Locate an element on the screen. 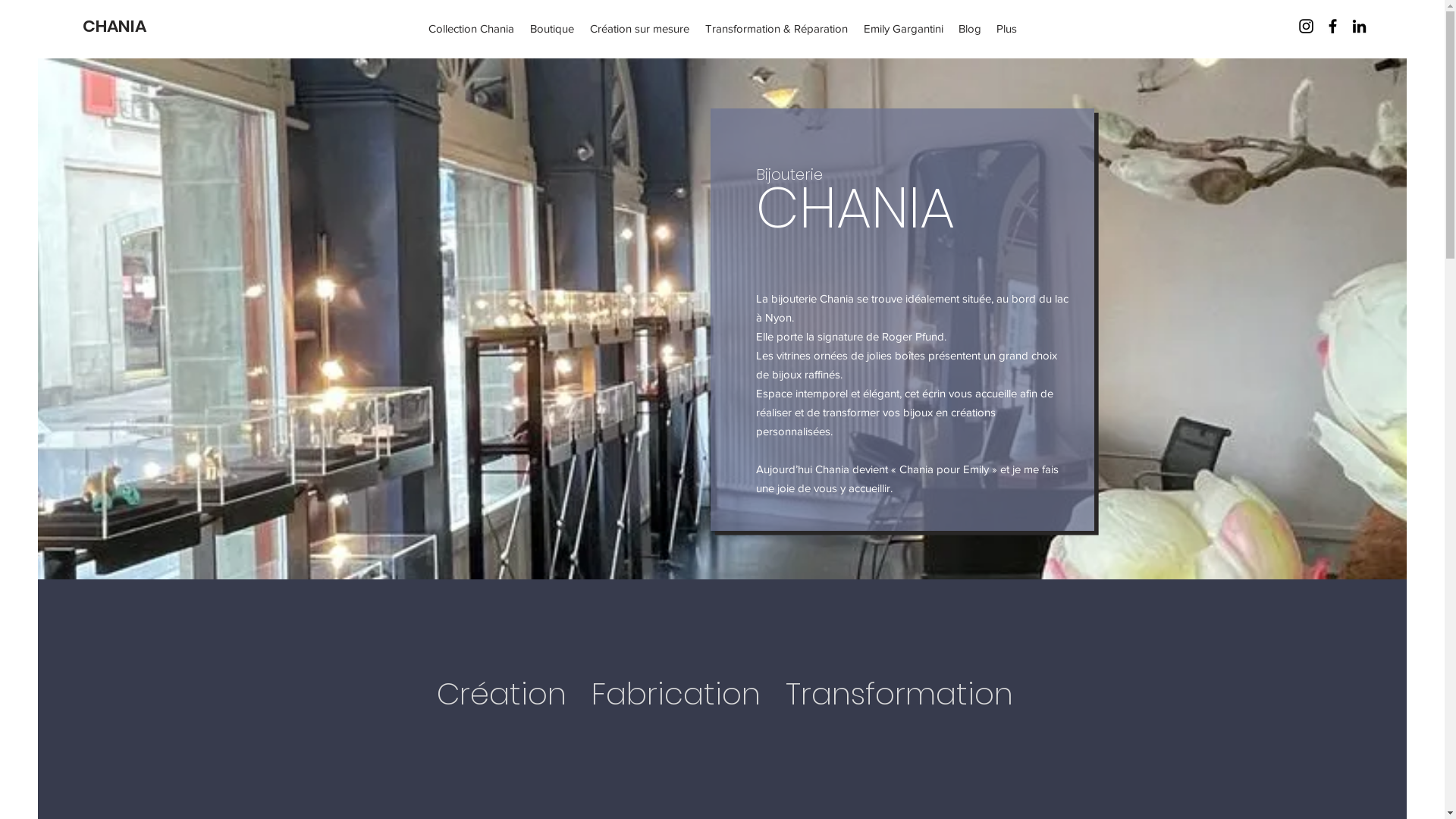 This screenshot has height=819, width=1456. 'CHANIA' is located at coordinates (113, 26).